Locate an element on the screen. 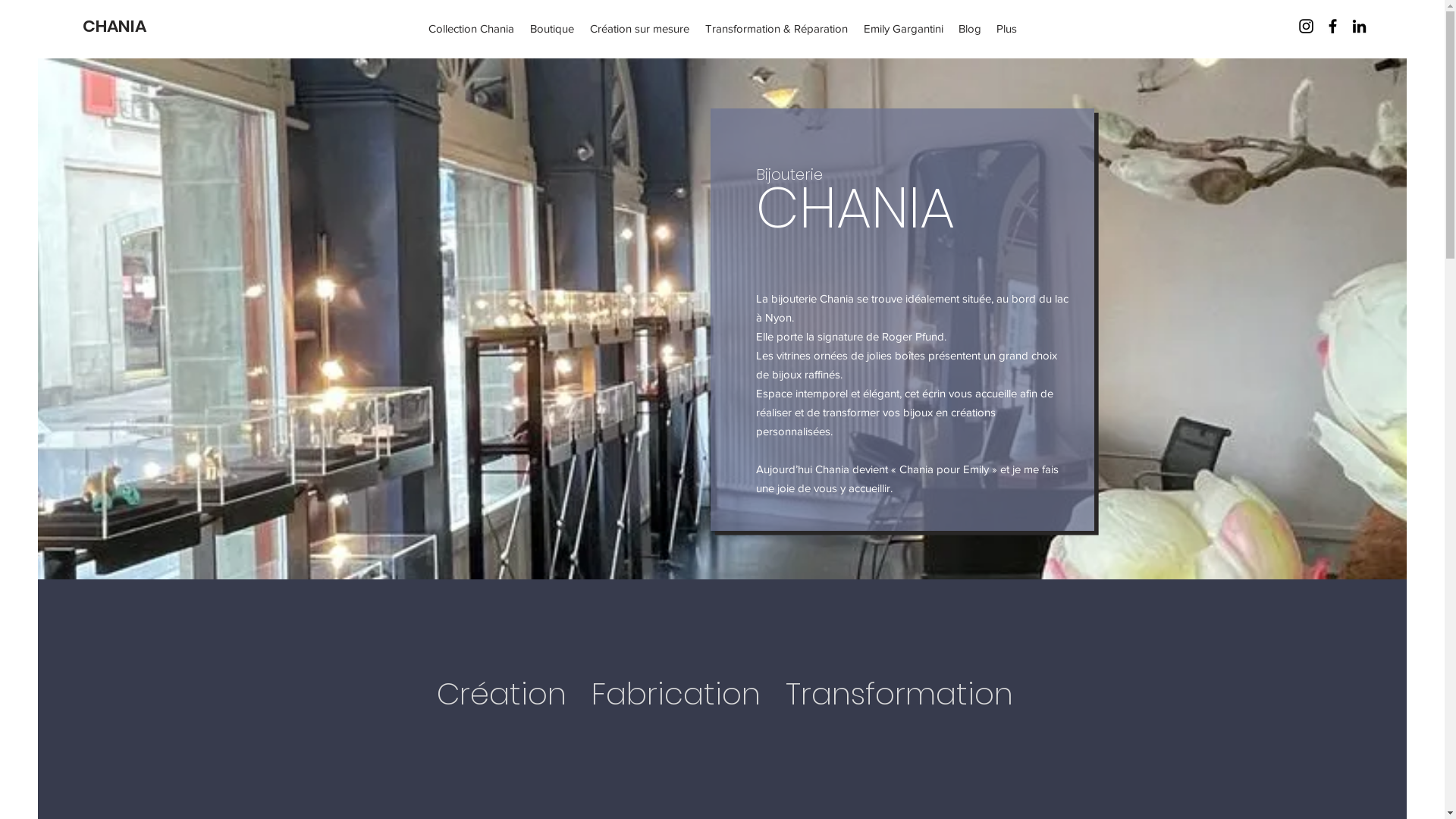 This screenshot has height=819, width=1456. 'CHANIA' is located at coordinates (113, 26).